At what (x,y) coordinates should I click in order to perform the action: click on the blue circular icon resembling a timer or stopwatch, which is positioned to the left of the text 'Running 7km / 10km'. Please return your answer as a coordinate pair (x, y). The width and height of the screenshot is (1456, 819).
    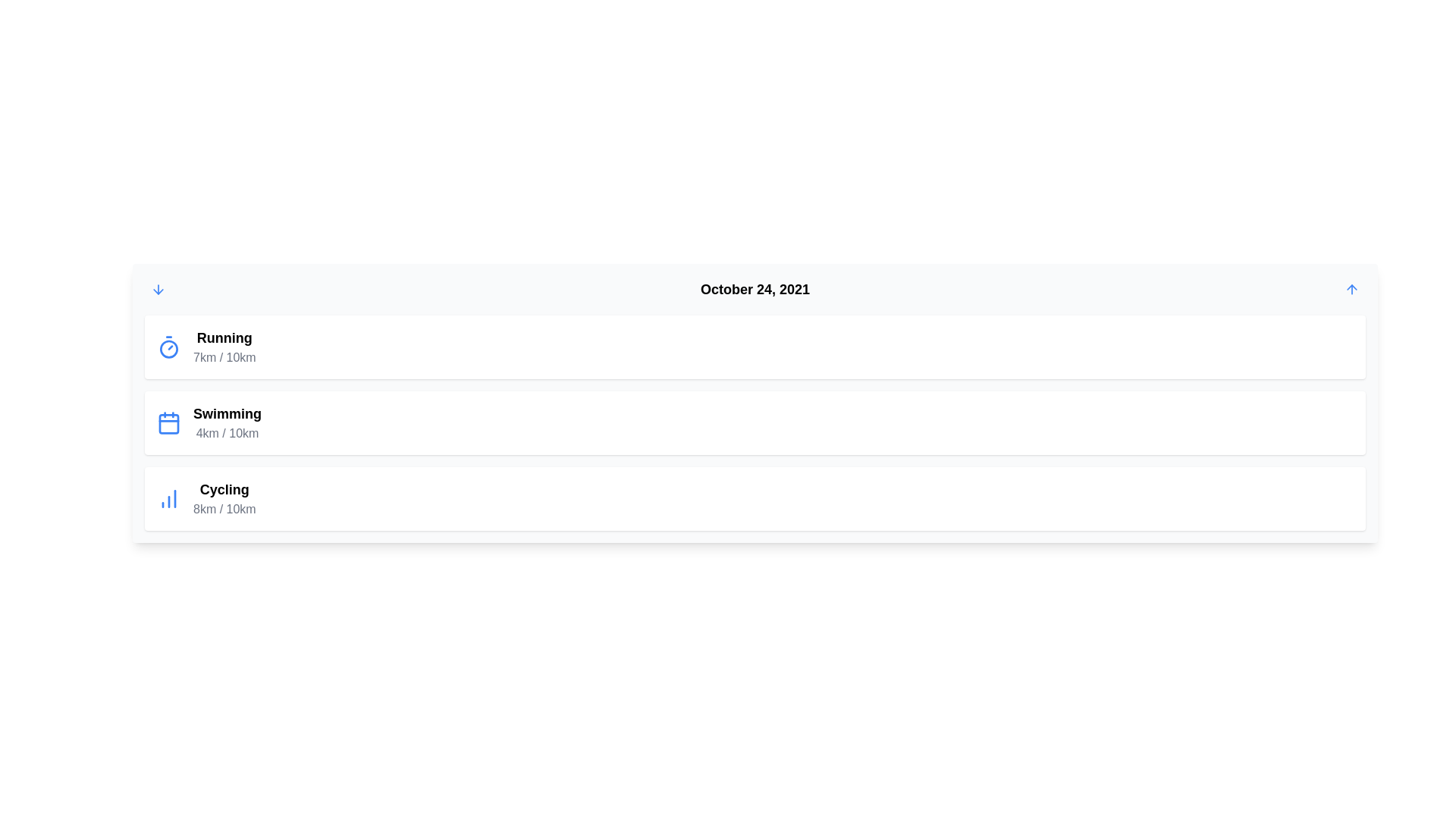
    Looking at the image, I should click on (168, 347).